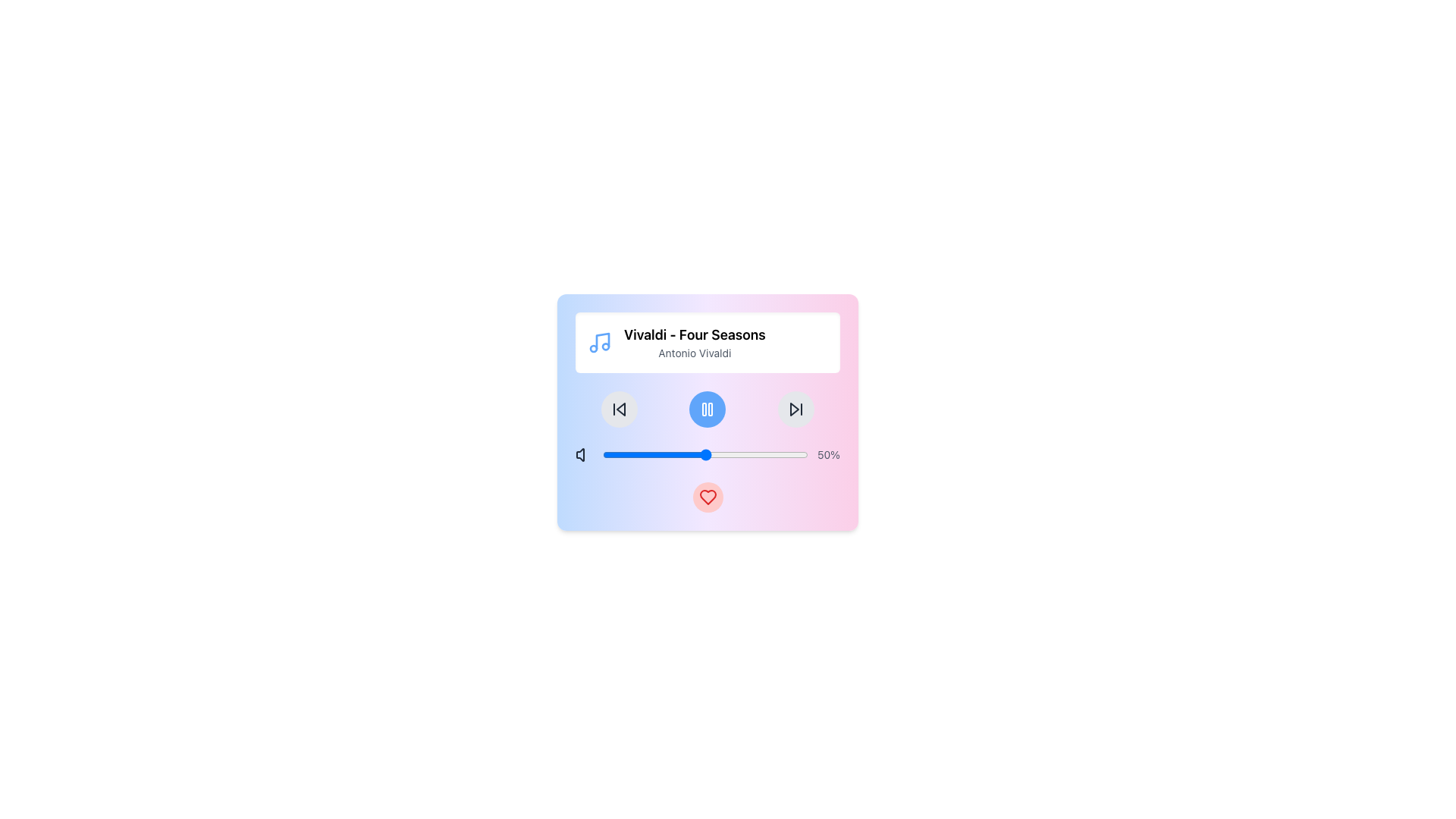 The width and height of the screenshot is (1456, 819). What do you see at coordinates (599, 342) in the screenshot?
I see `the musical item icon located in the top-left section of the UI, which is positioned to the left of the title 'Vivaldi - Four Seasons' and above the subtitle 'Antonio Vivaldi'` at bounding box center [599, 342].